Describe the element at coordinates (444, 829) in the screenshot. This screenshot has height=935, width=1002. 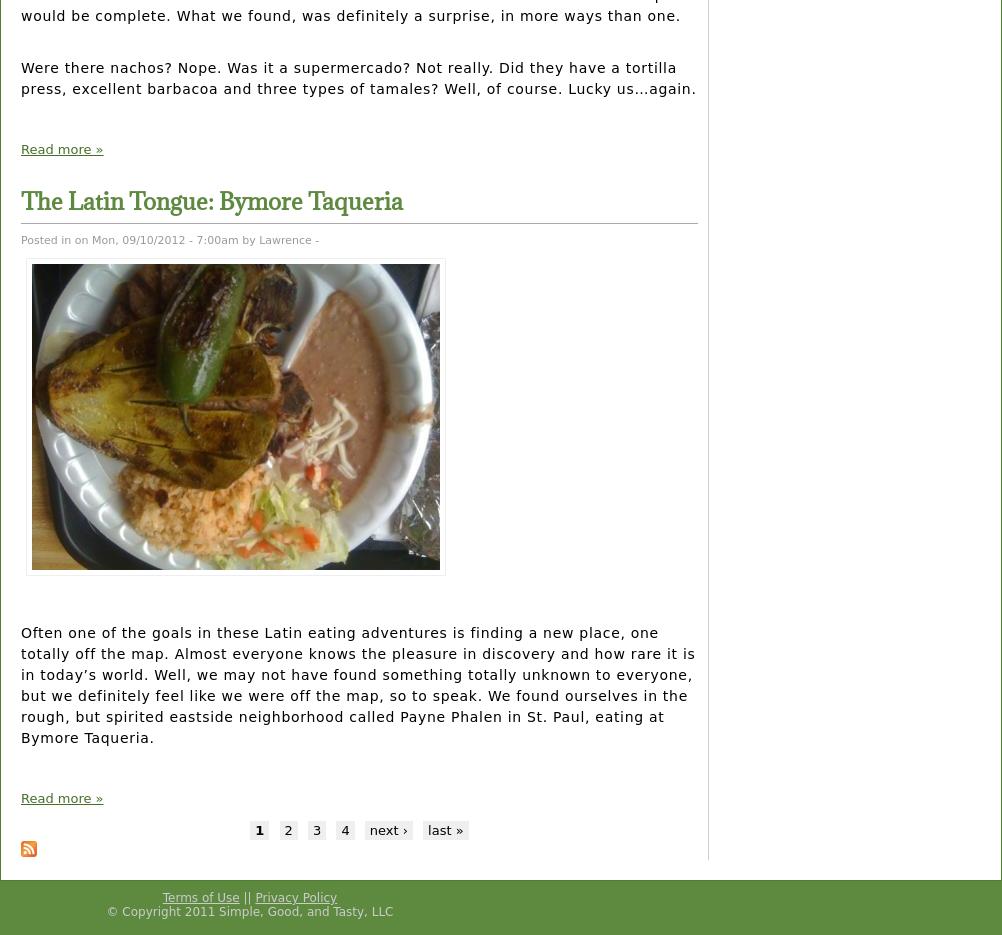
I see `'last »'` at that location.